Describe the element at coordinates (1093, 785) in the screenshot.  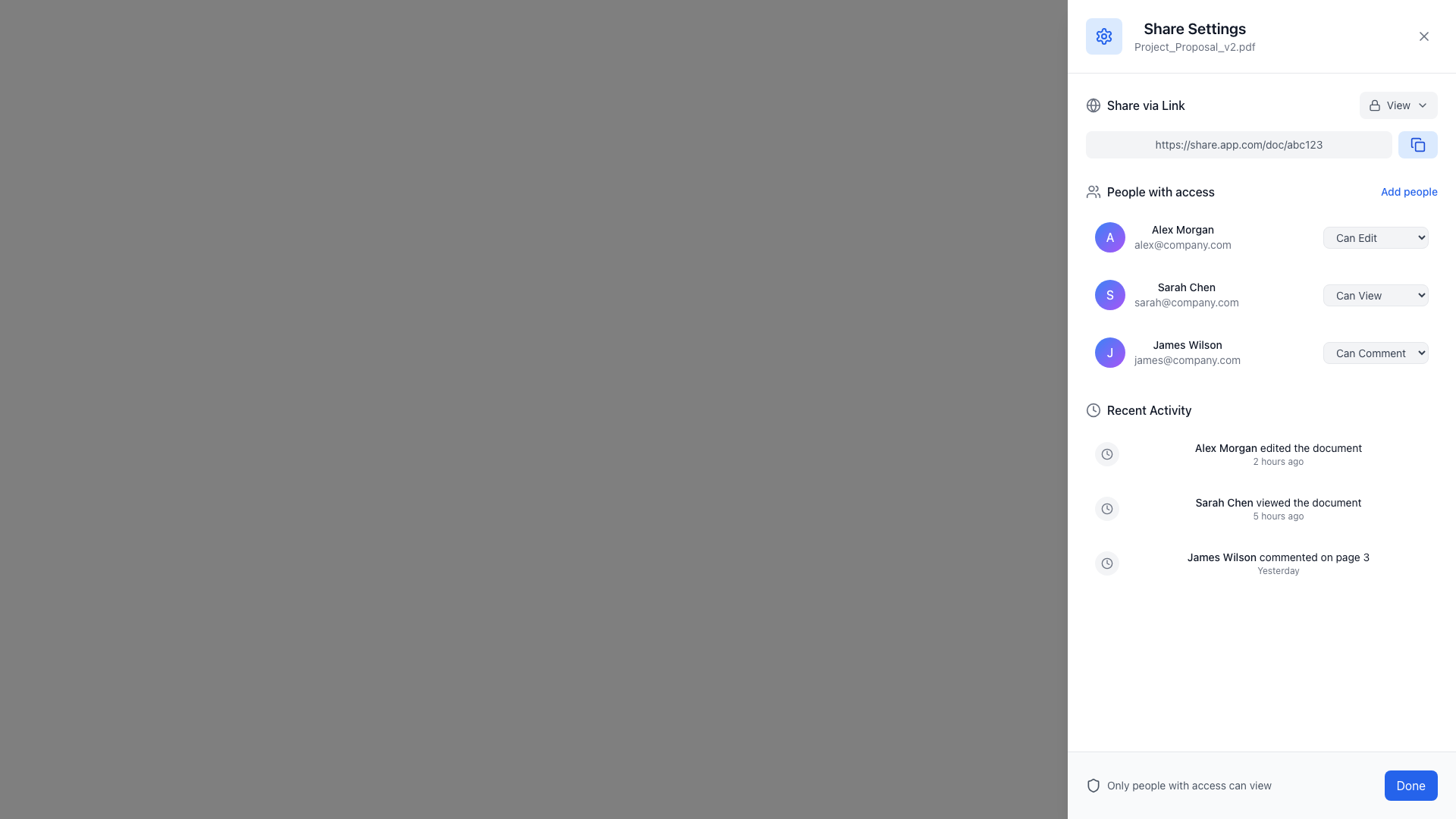
I see `the shield icon representing security or restricted access, which is positioned at the beginning of the text 'Only people with access can view'` at that location.